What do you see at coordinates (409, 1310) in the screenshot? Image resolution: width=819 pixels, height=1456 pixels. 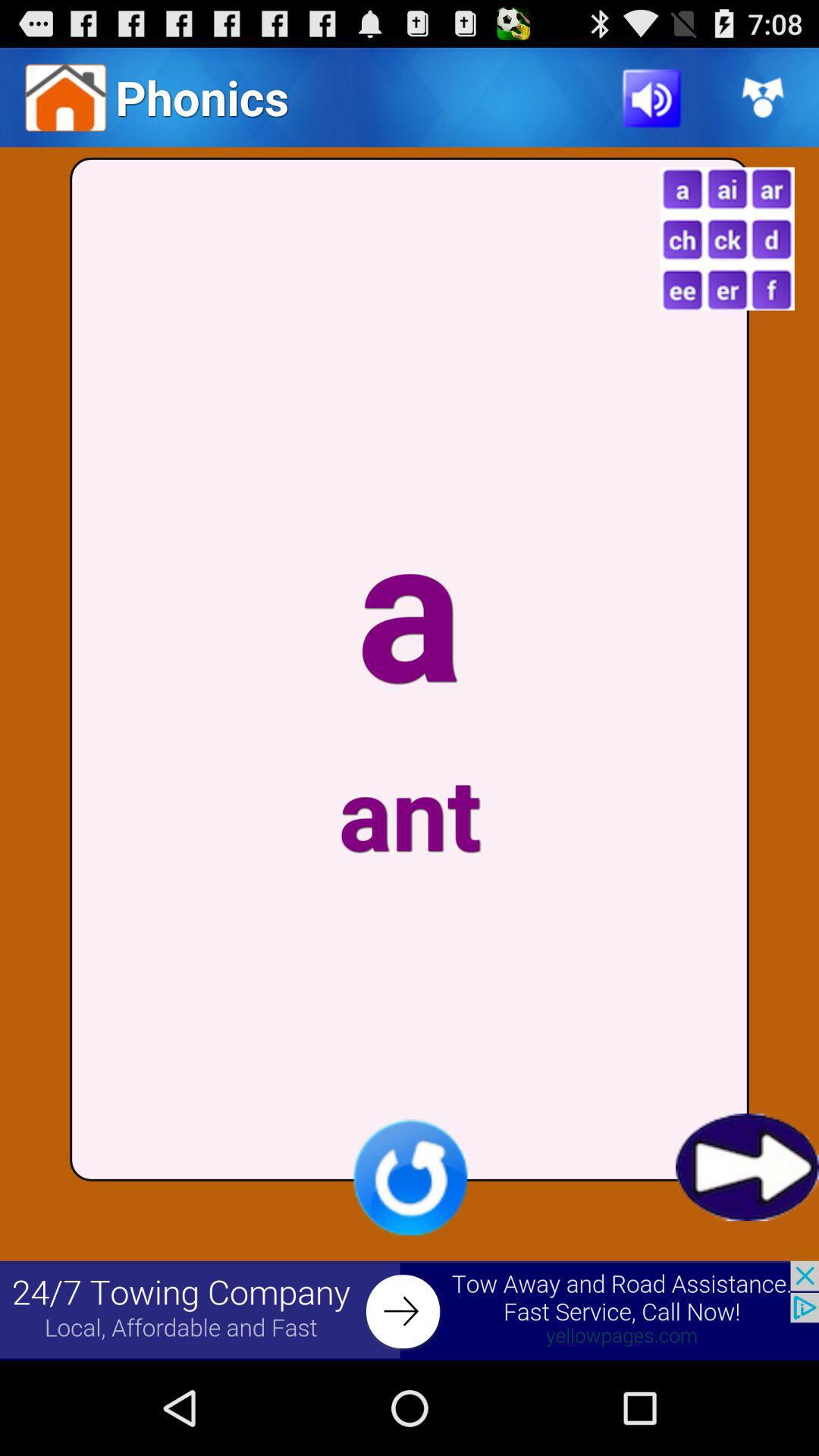 I see `advertisement` at bounding box center [409, 1310].